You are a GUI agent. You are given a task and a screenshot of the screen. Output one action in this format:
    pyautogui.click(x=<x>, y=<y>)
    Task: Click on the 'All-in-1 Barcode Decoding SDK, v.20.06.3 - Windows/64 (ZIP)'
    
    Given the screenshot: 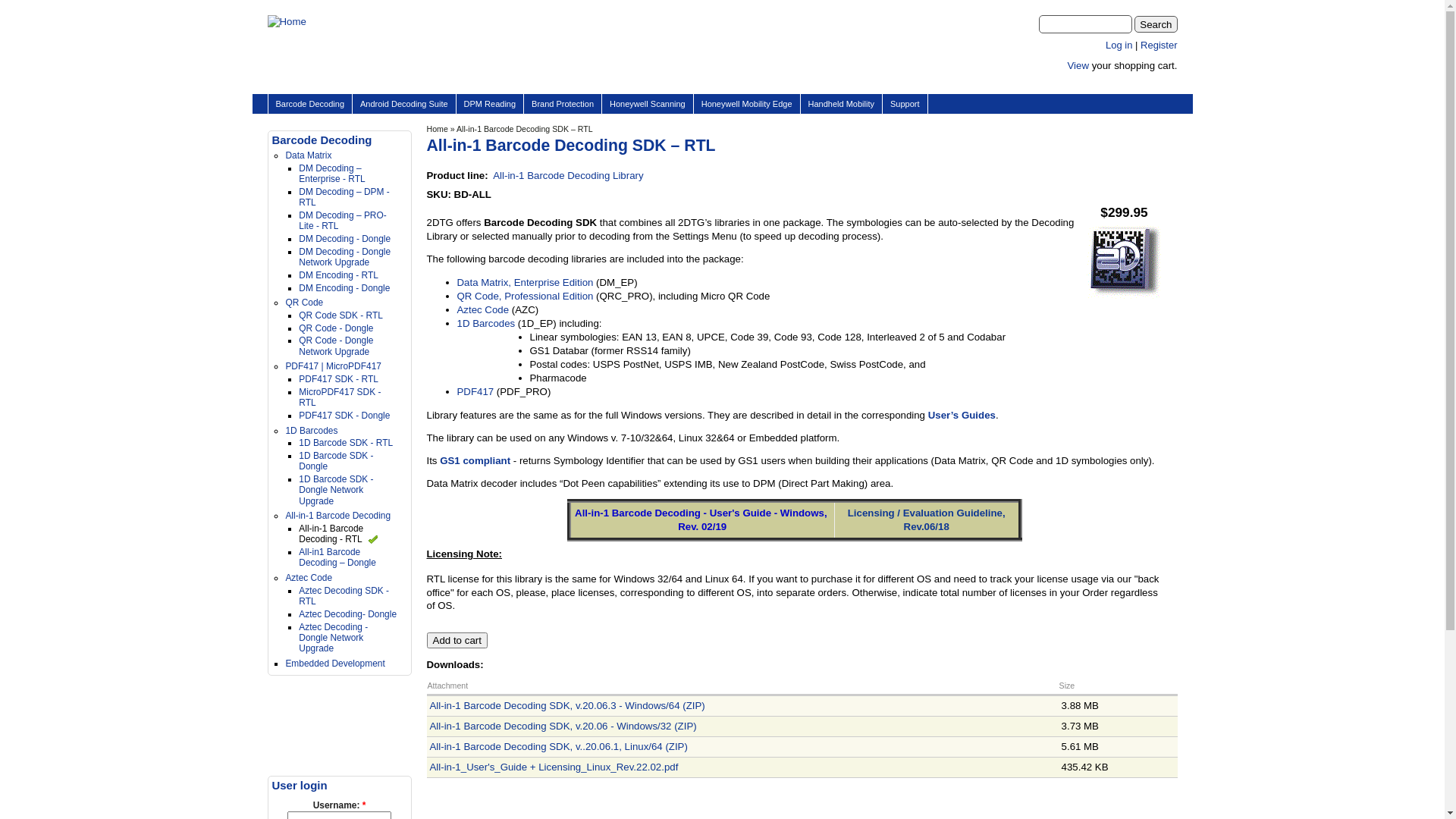 What is the action you would take?
    pyautogui.click(x=566, y=705)
    